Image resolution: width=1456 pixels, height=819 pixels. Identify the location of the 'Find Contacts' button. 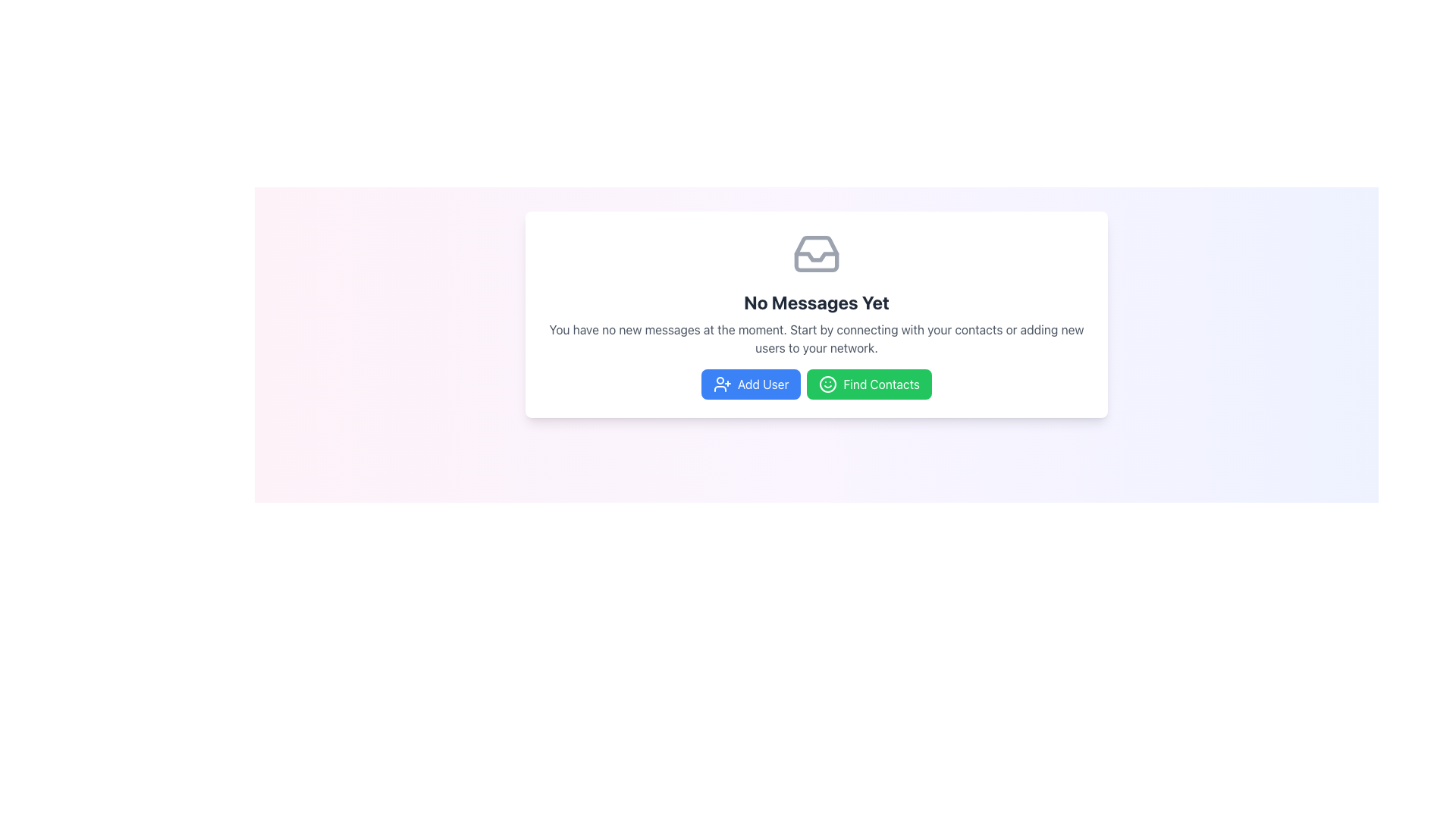
(869, 383).